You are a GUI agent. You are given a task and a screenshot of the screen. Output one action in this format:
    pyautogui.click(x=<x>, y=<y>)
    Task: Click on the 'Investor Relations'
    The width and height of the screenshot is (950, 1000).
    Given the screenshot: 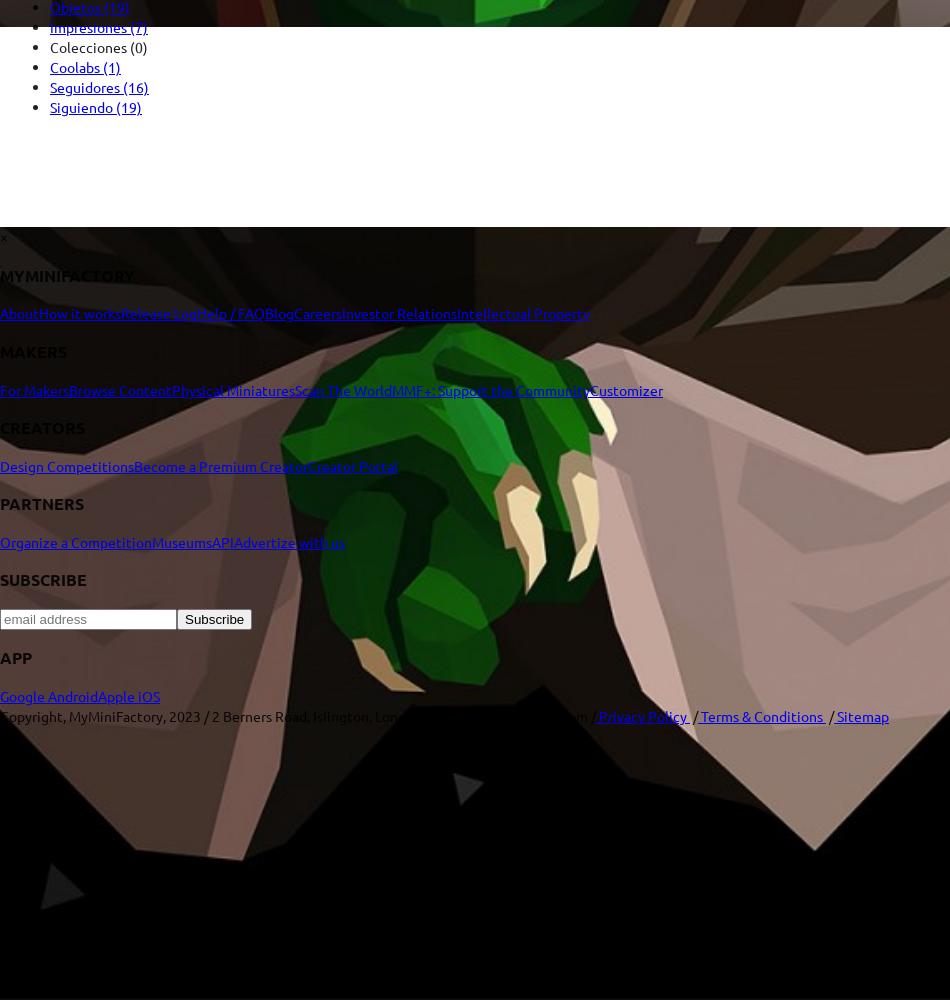 What is the action you would take?
    pyautogui.click(x=398, y=312)
    